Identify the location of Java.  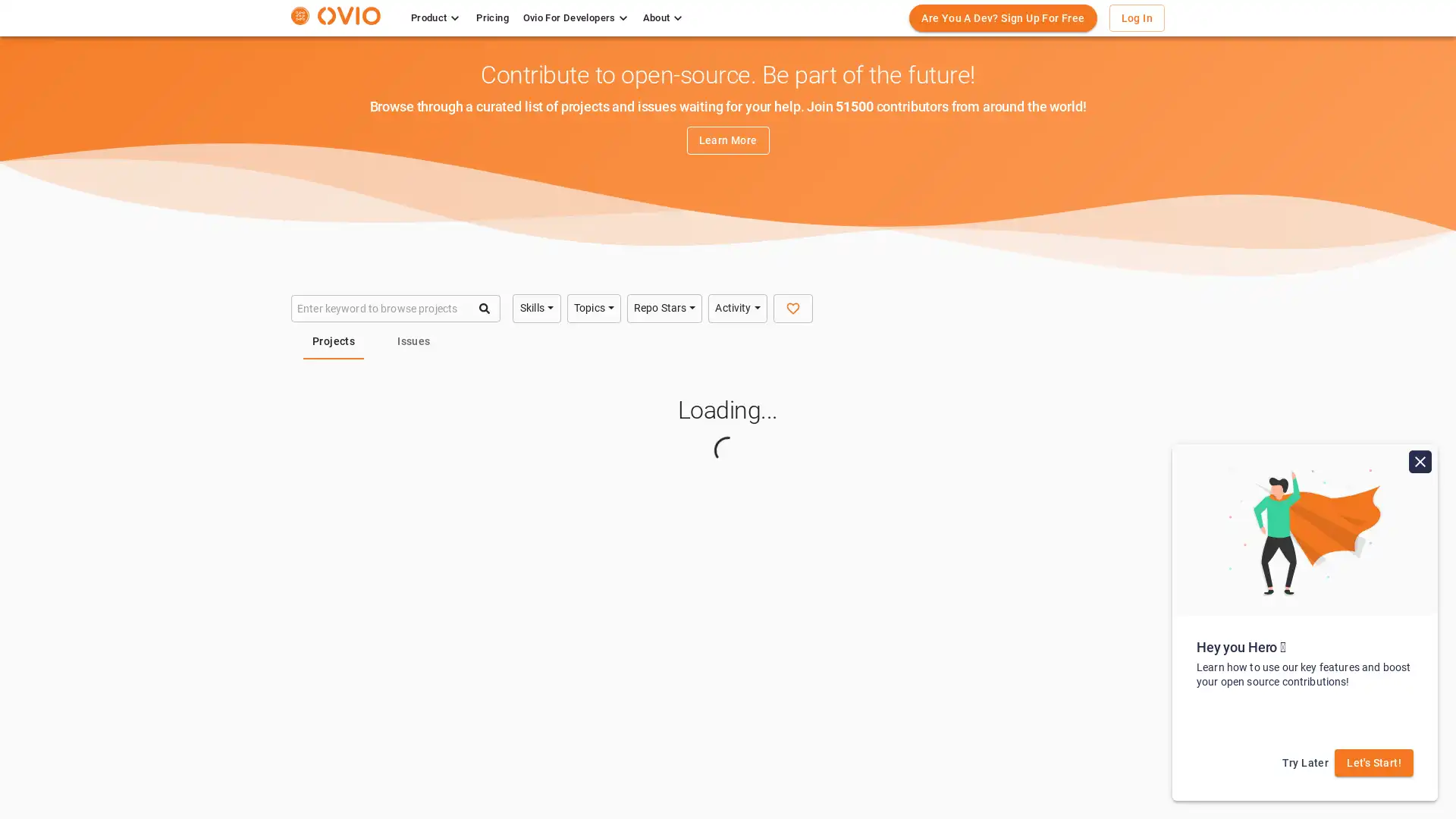
(551, 648).